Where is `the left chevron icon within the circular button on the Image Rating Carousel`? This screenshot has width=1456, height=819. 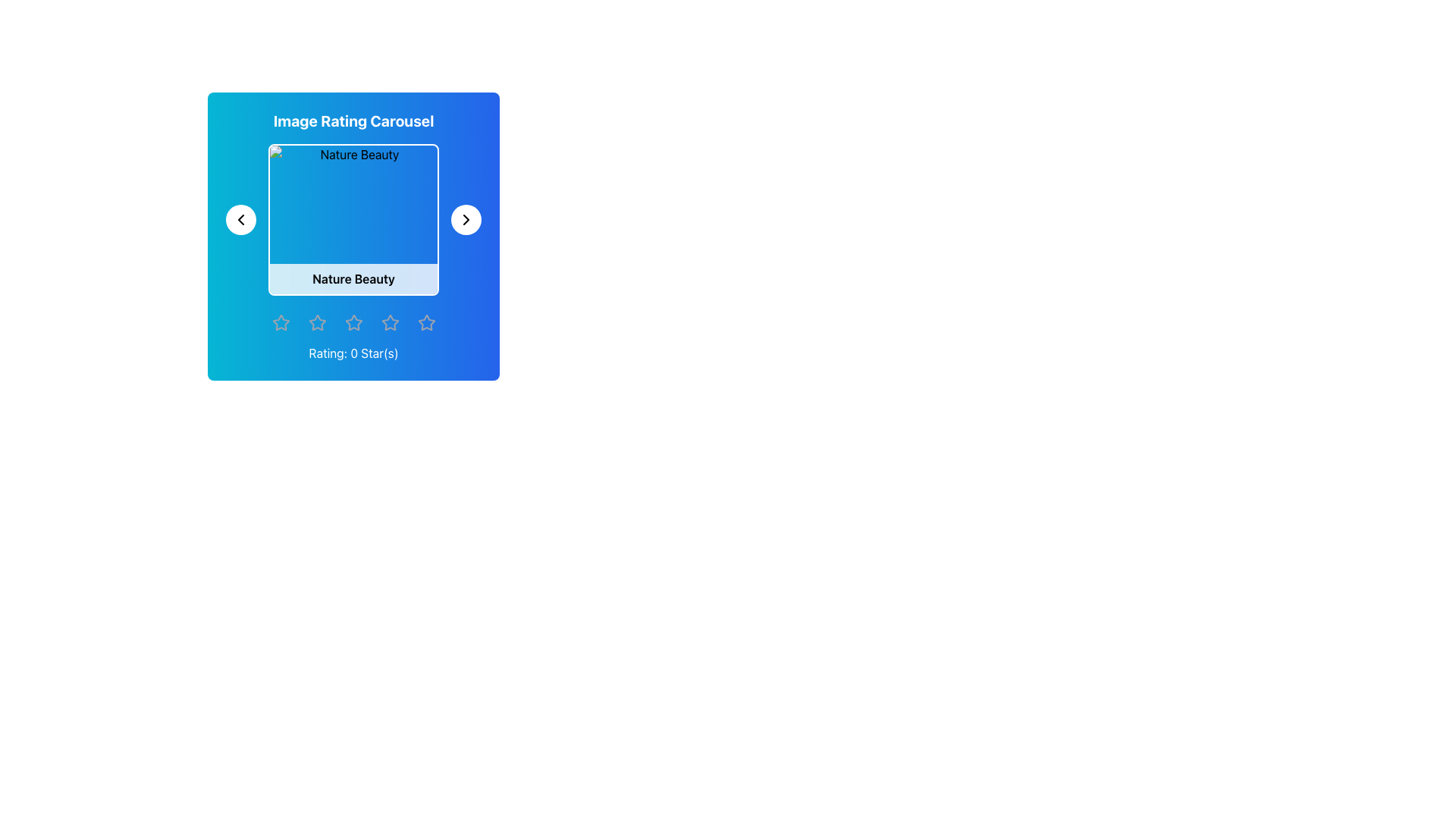 the left chevron icon within the circular button on the Image Rating Carousel is located at coordinates (240, 219).